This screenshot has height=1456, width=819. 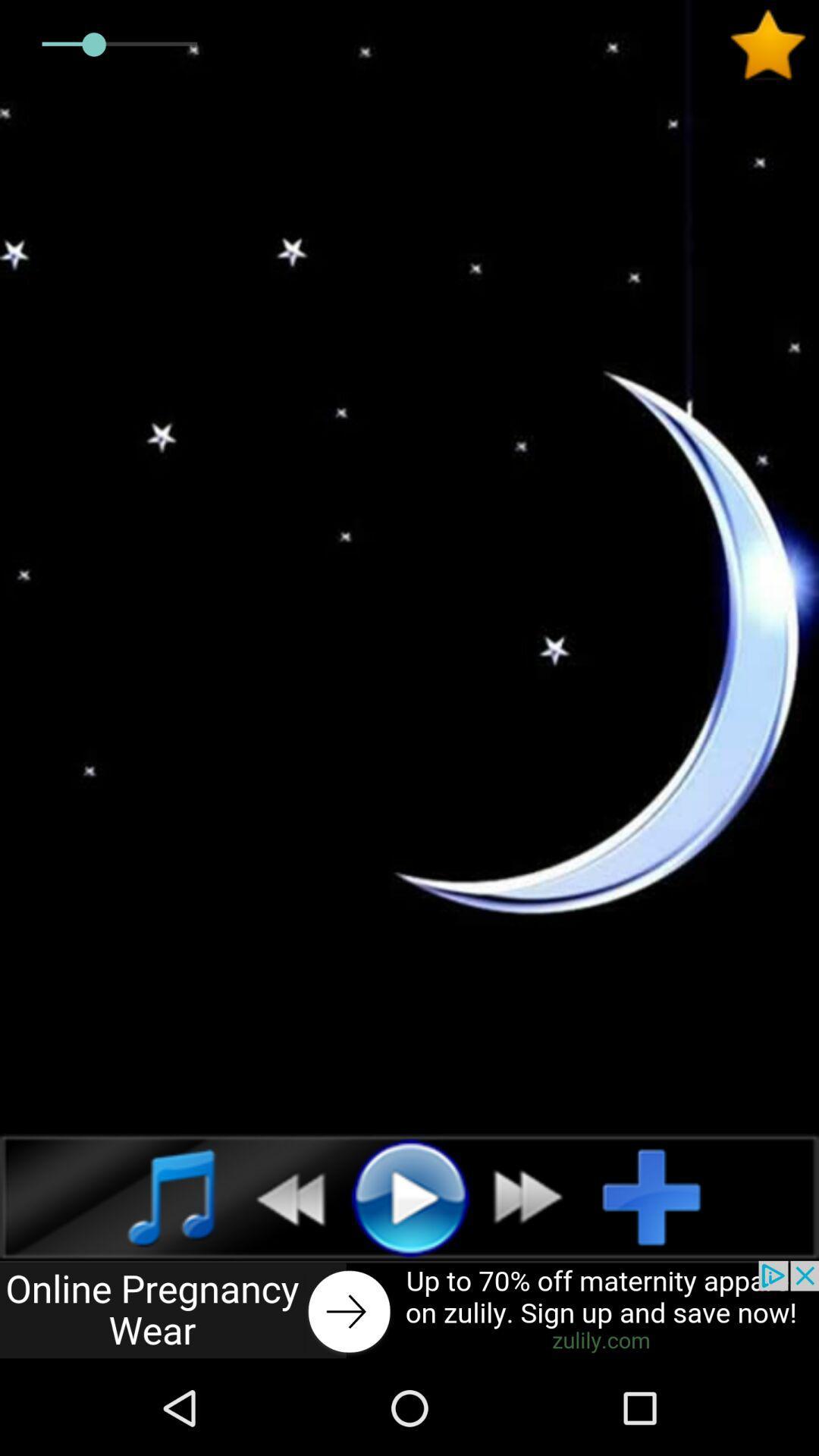 What do you see at coordinates (409, 1310) in the screenshot?
I see `advertisement` at bounding box center [409, 1310].